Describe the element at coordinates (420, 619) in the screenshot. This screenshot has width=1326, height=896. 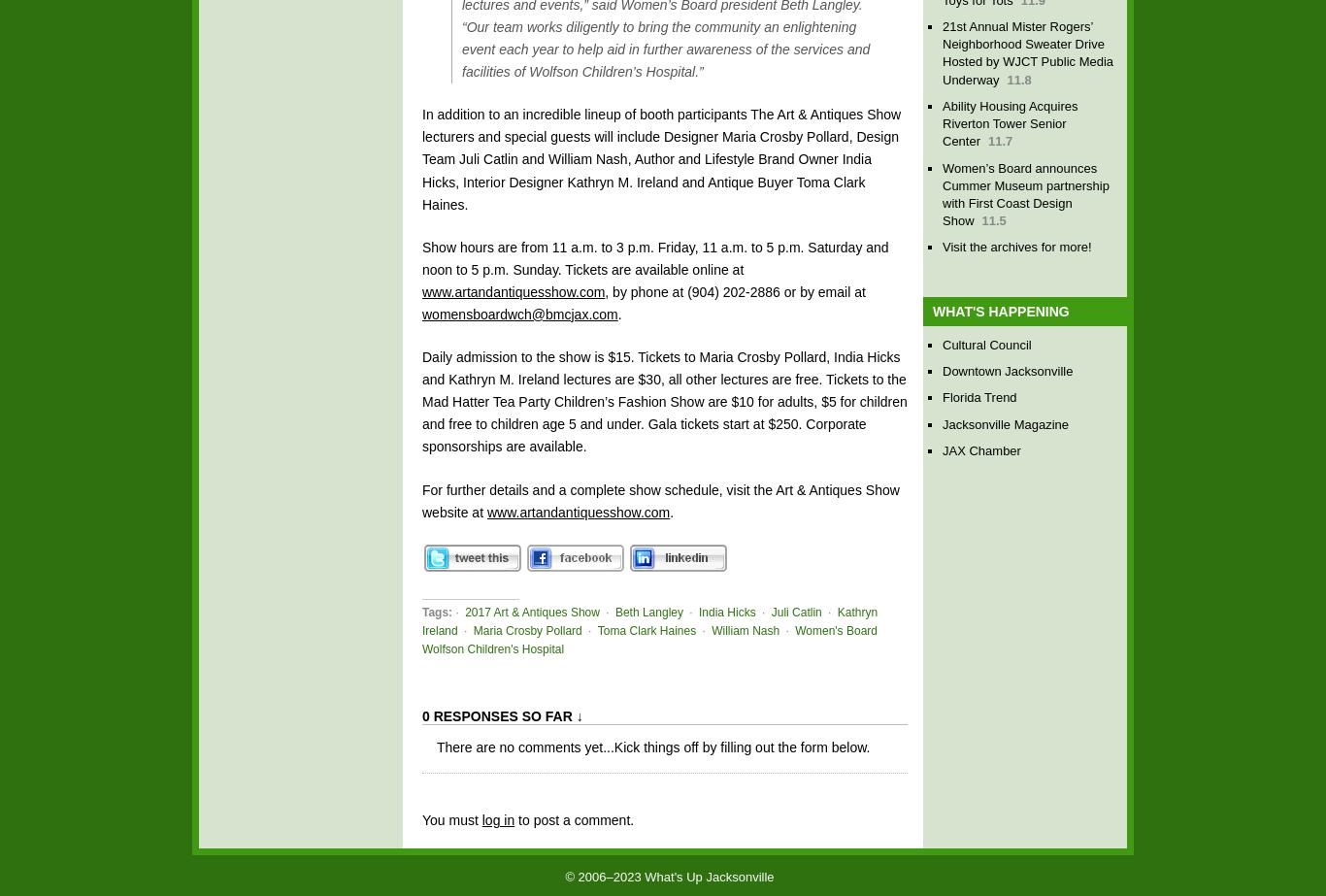
I see `'Kathryn Ireland'` at that location.